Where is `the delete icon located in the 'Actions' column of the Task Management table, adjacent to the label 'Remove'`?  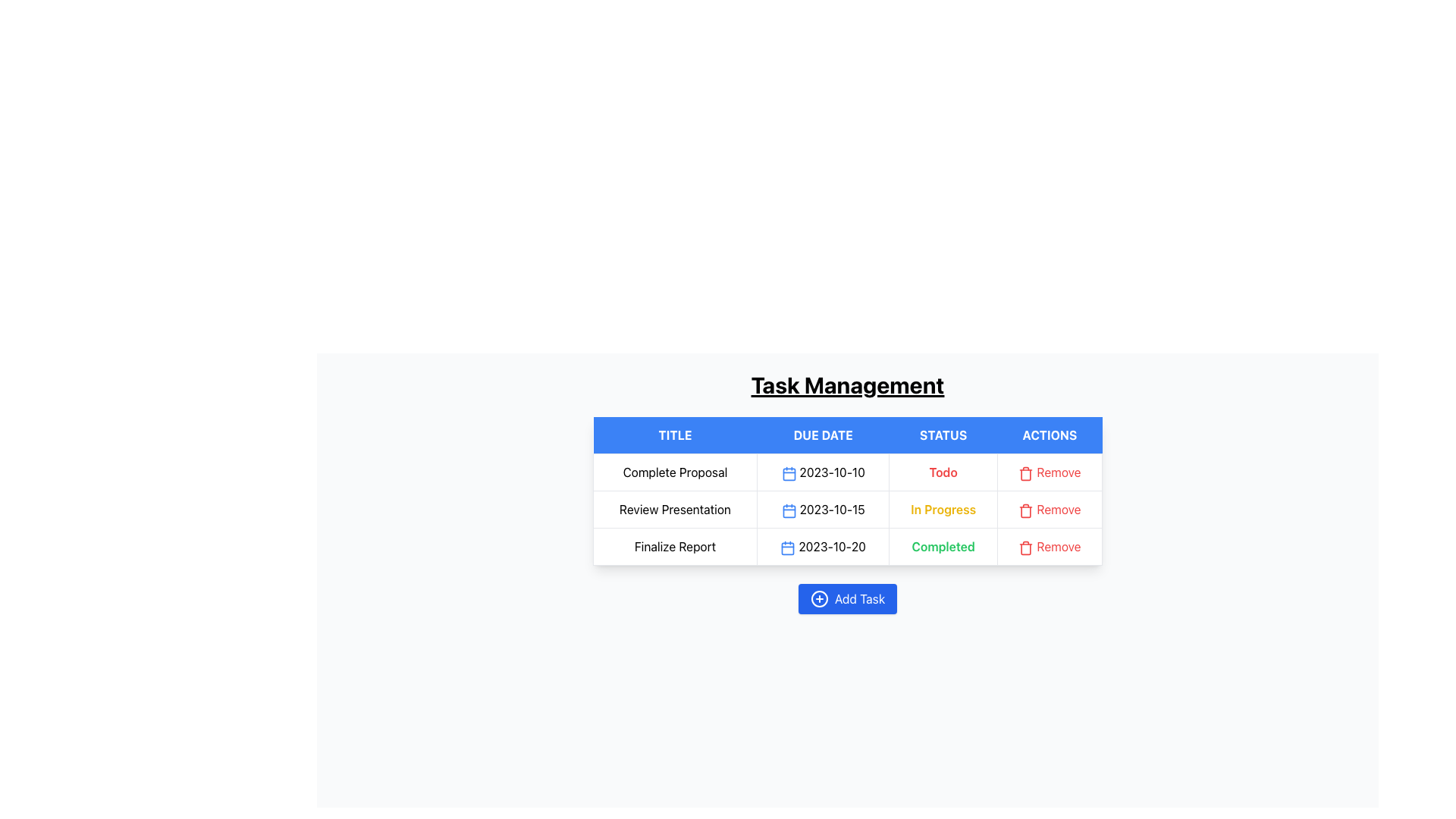 the delete icon located in the 'Actions' column of the Task Management table, adjacent to the label 'Remove' is located at coordinates (1026, 474).